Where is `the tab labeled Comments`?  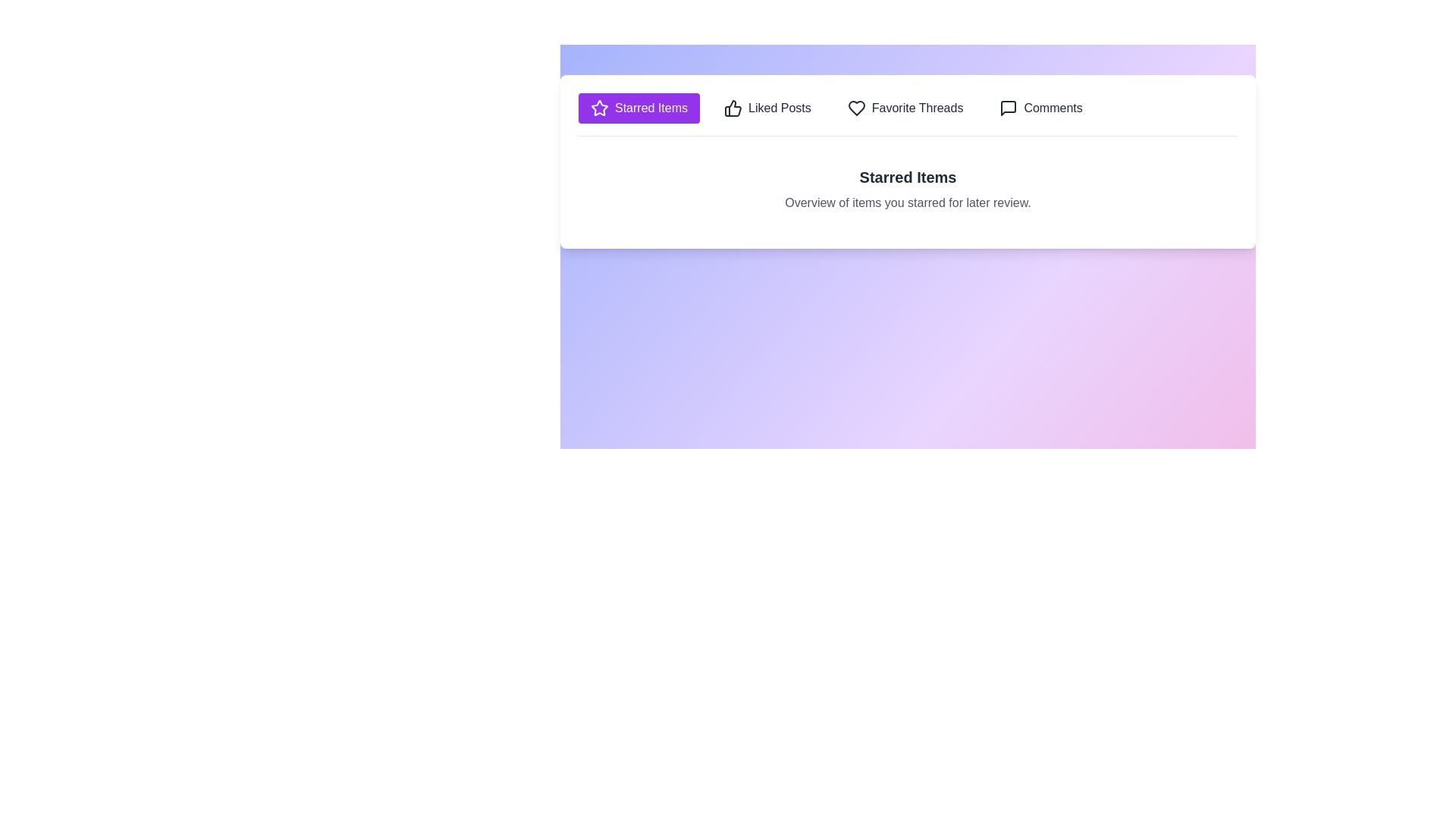 the tab labeled Comments is located at coordinates (1040, 107).